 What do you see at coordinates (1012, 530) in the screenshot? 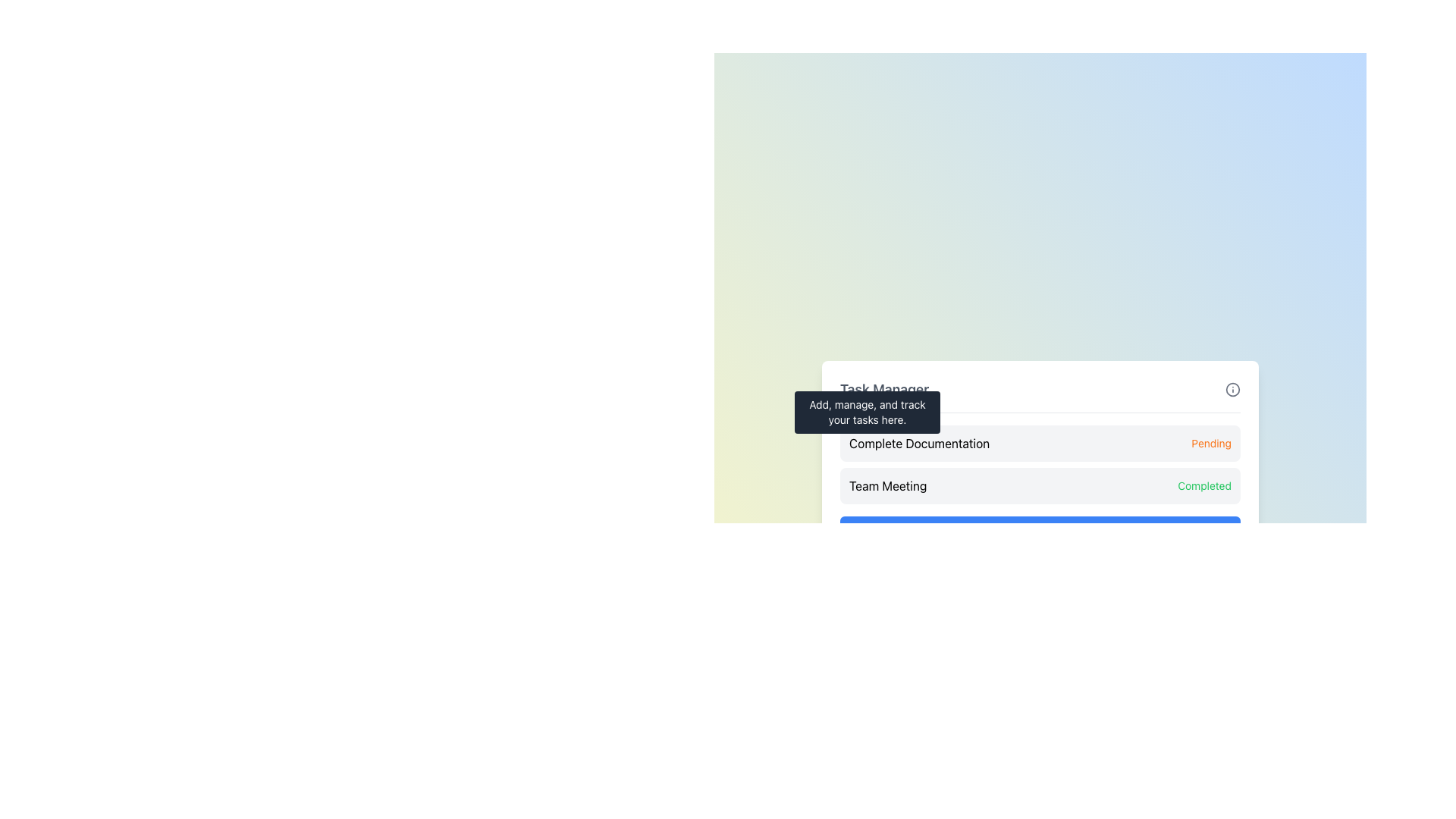
I see `the circular decorative icon with a plus sign inside, located on the left side of the 'Add Task' button` at bounding box center [1012, 530].